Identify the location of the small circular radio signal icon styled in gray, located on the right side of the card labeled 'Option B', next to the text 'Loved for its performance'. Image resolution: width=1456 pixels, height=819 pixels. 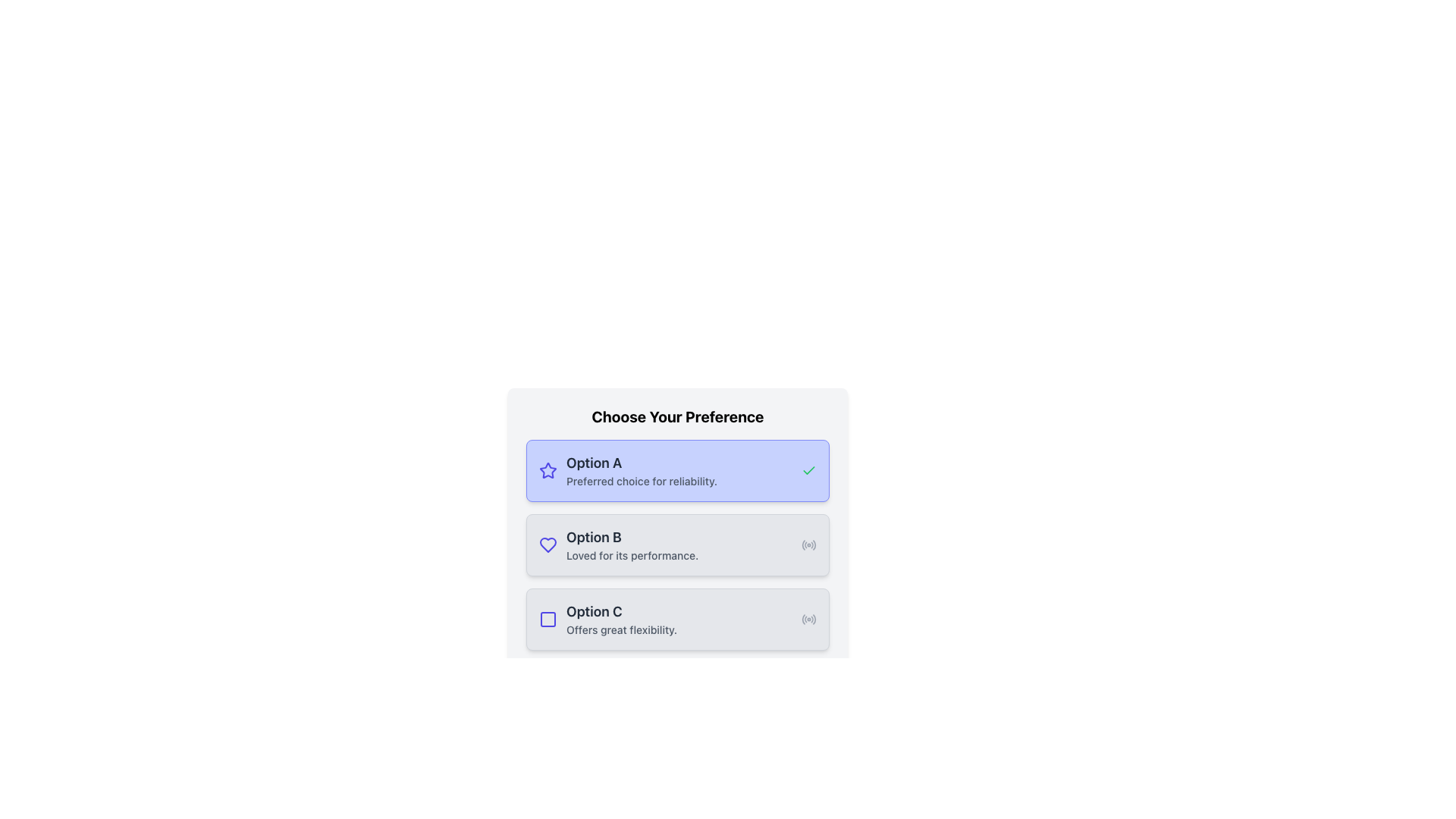
(808, 544).